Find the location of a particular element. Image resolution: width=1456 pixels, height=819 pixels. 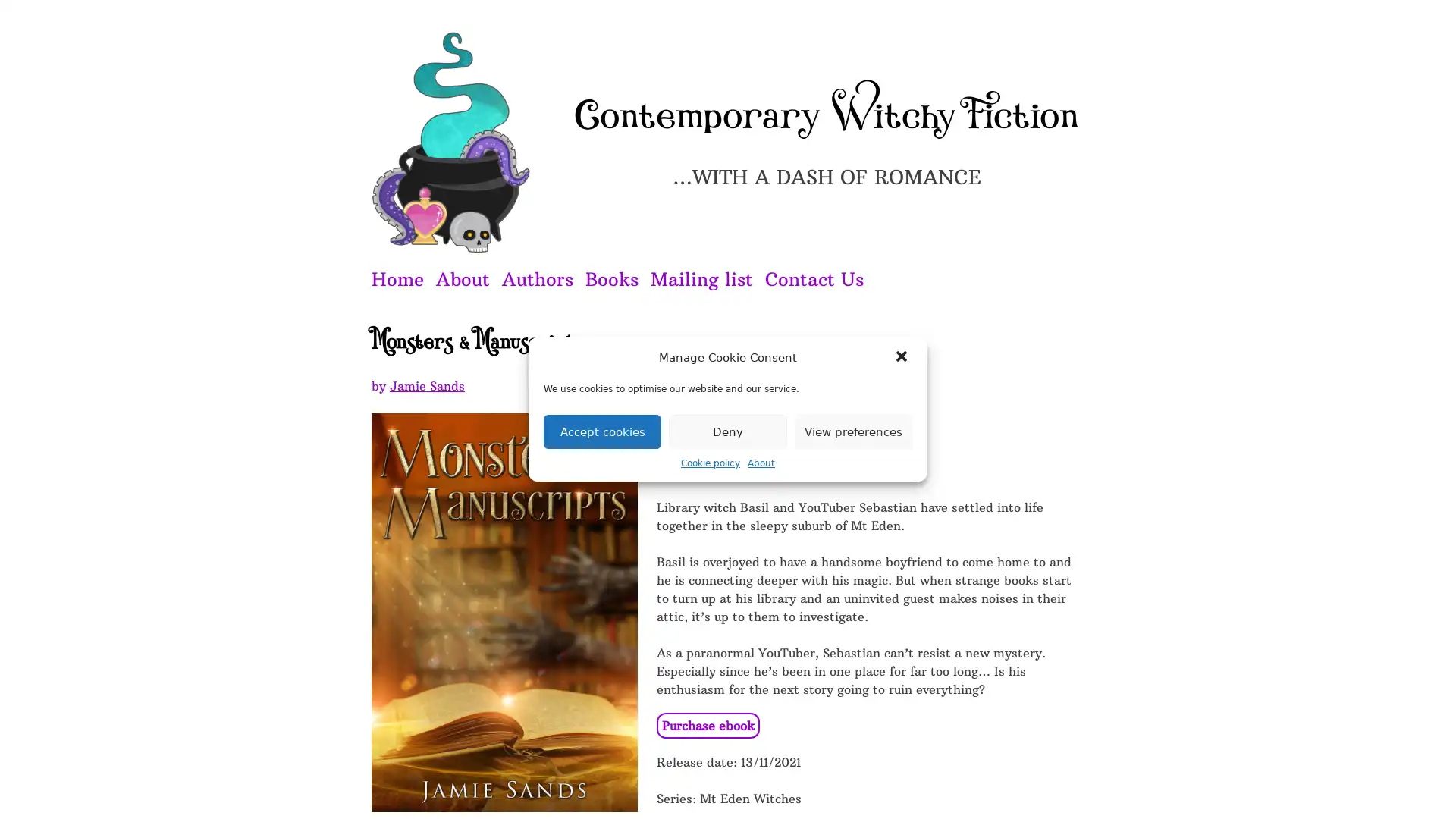

Accept cookies is located at coordinates (601, 431).